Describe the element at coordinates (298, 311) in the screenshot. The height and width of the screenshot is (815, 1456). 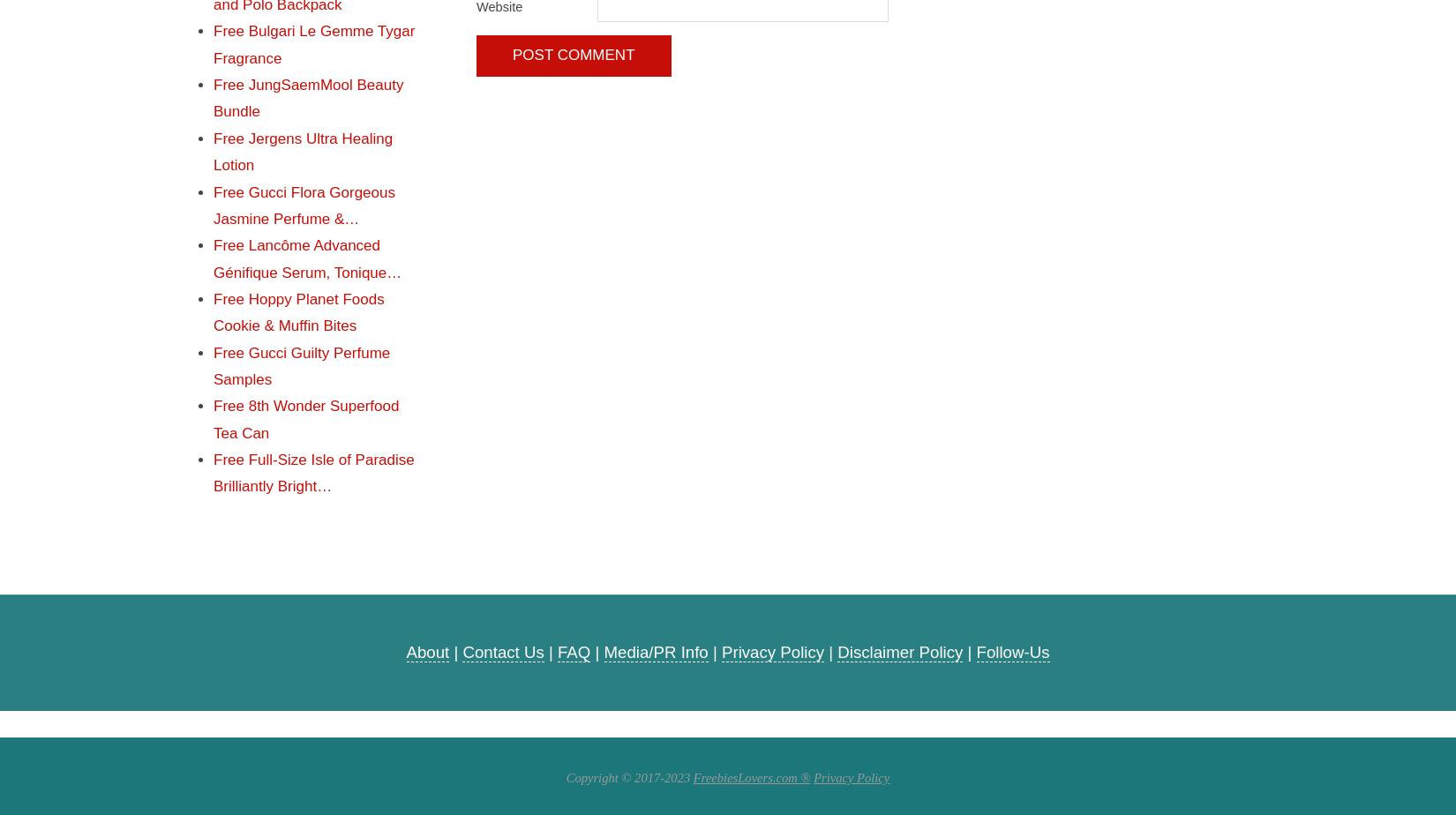
I see `'Free Hoppy Planet Foods Cookie & Muffin Bites'` at that location.